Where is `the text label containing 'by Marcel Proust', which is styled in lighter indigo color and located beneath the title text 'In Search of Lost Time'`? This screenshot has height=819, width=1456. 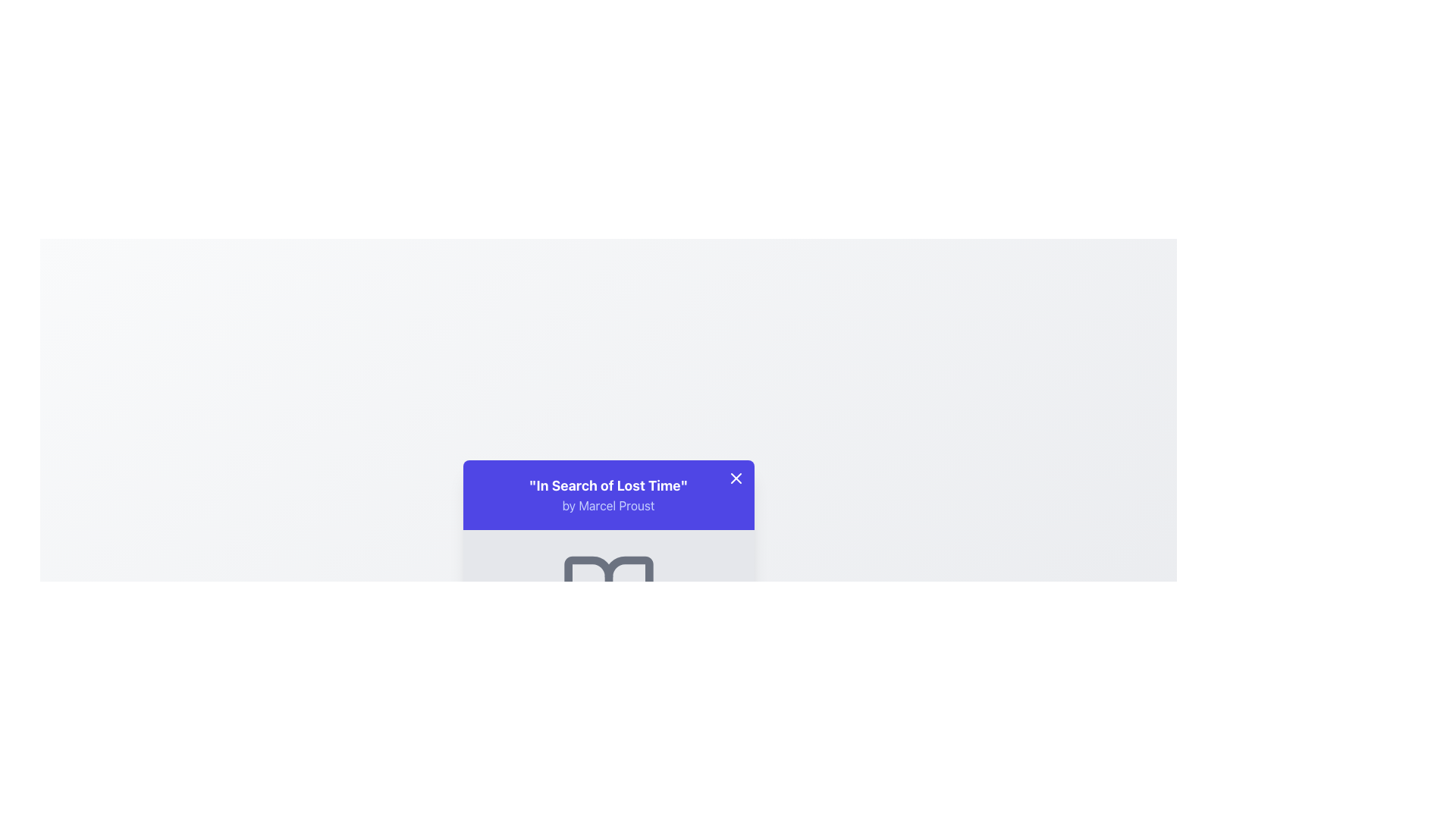
the text label containing 'by Marcel Proust', which is styled in lighter indigo color and located beneath the title text 'In Search of Lost Time' is located at coordinates (608, 506).